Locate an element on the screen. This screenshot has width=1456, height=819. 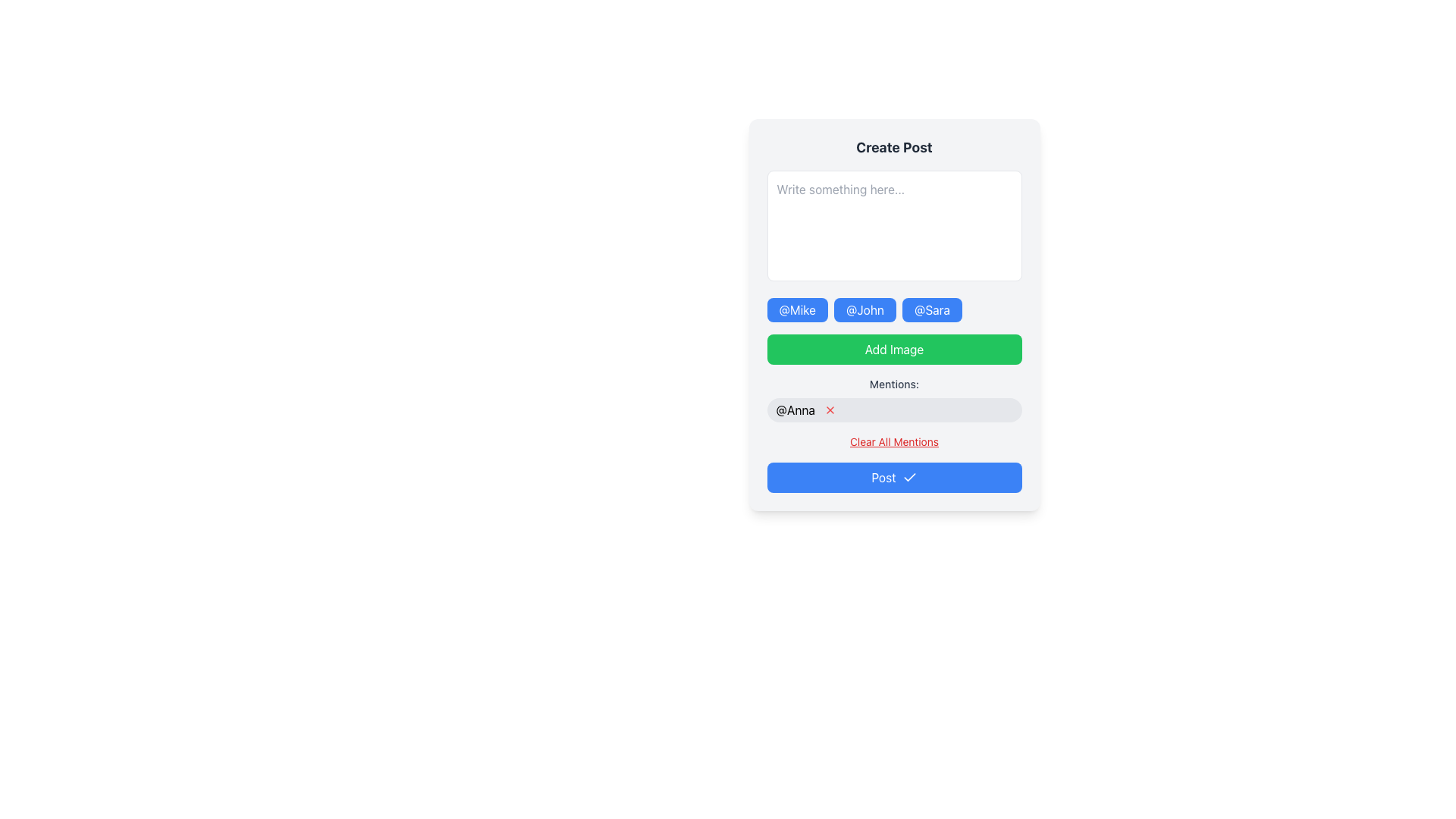
the submit button located at the bottom of the card, directly below the 'Clear All Mentions' link is located at coordinates (894, 476).